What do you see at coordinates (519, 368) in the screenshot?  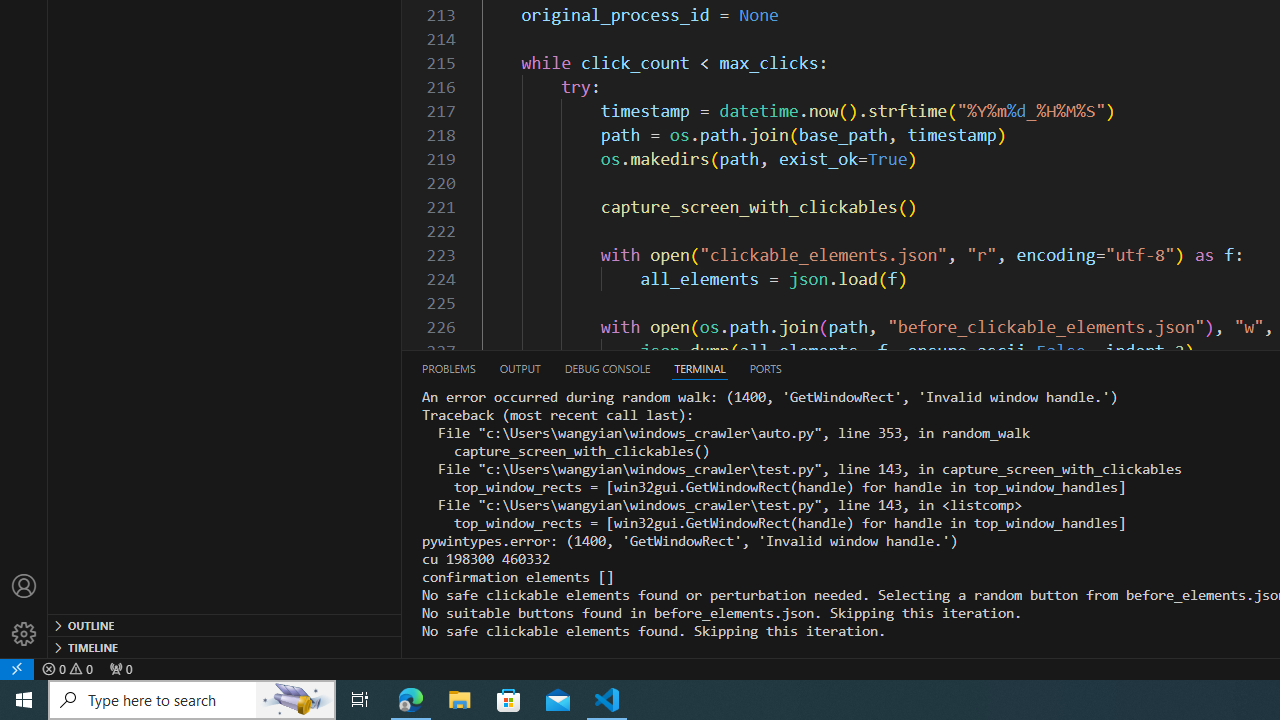 I see `'Output (Ctrl+Shift+U)'` at bounding box center [519, 368].